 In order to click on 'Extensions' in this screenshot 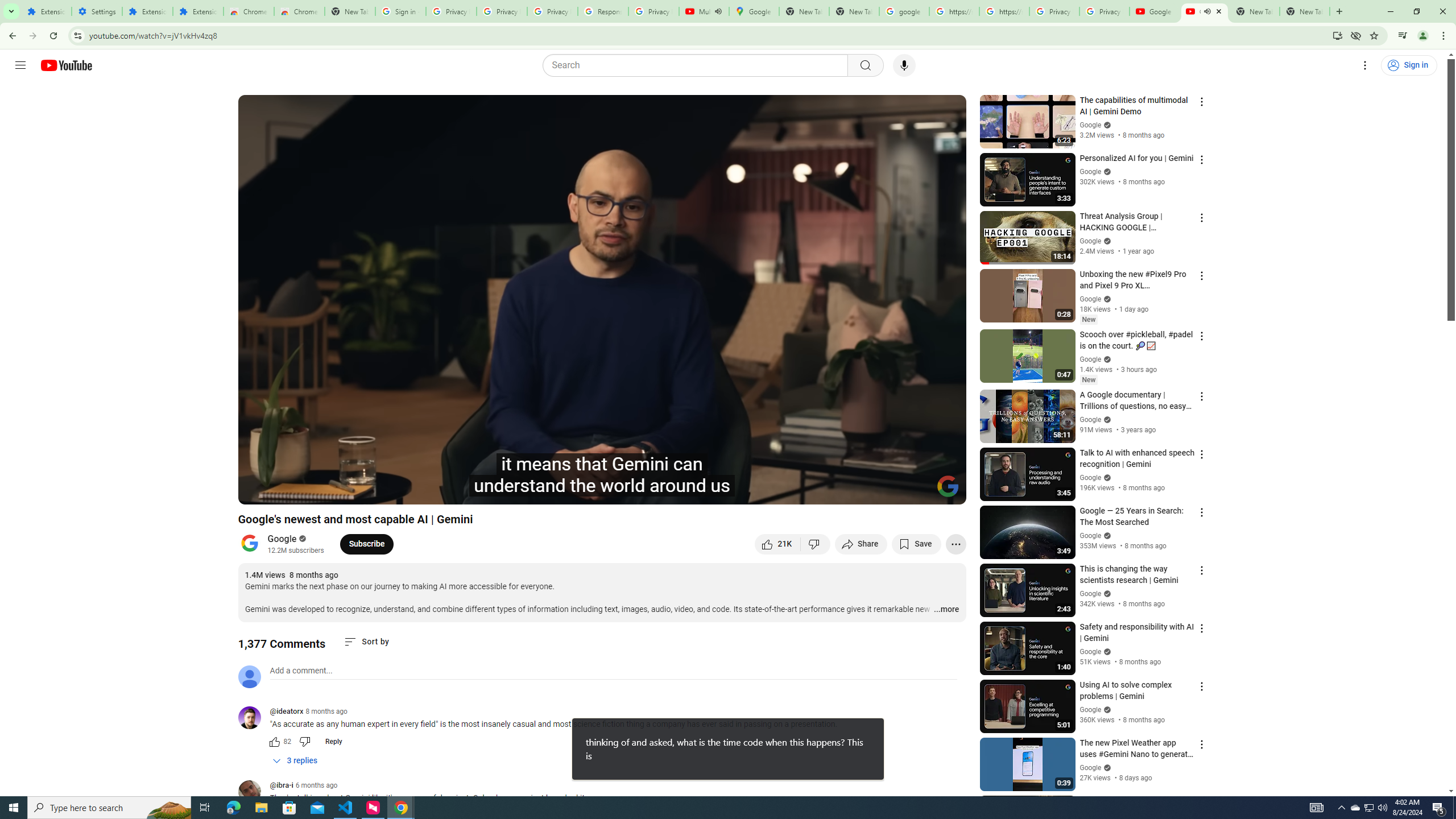, I will do `click(197, 11)`.